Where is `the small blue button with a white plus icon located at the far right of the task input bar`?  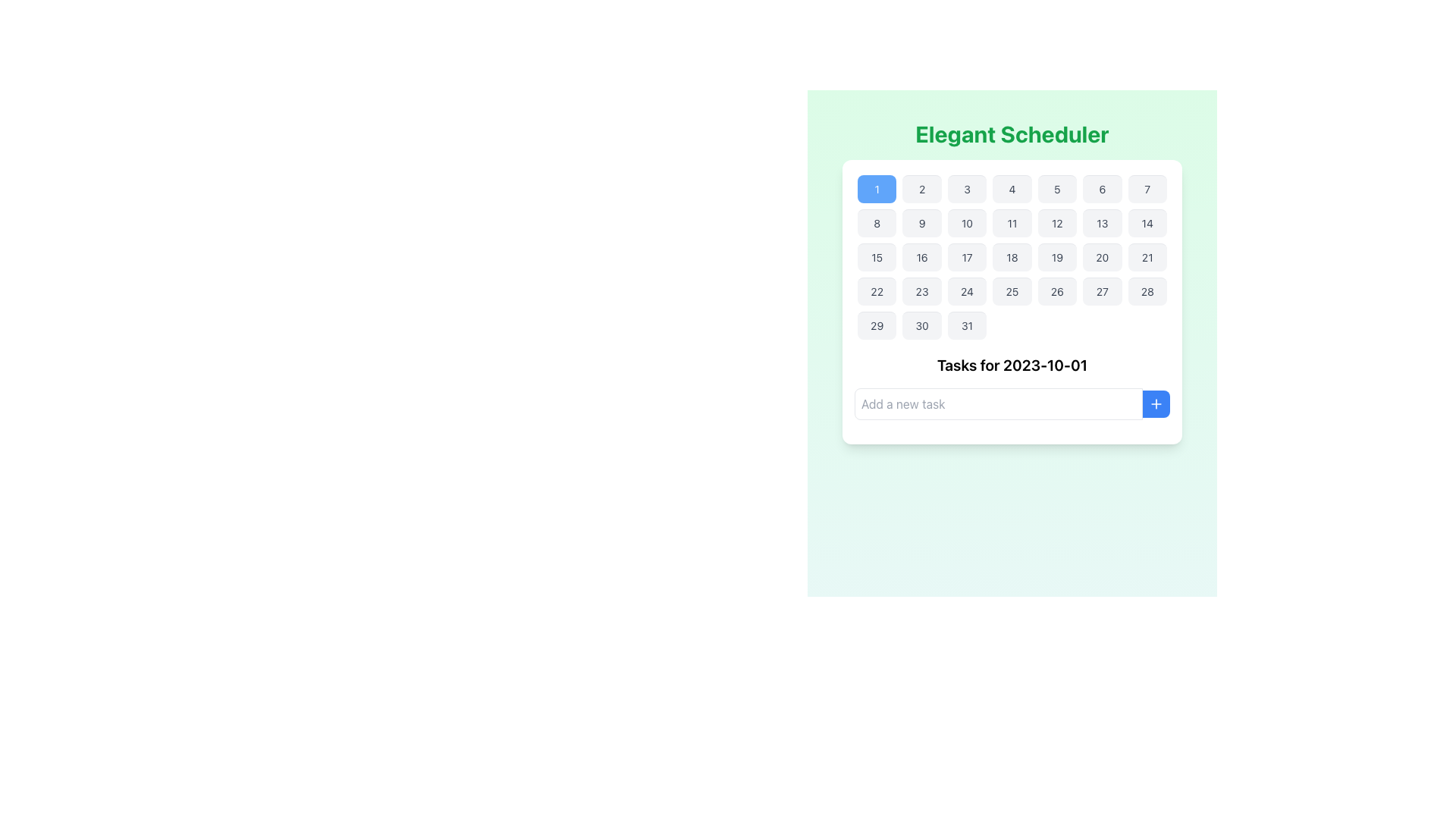
the small blue button with a white plus icon located at the far right of the task input bar is located at coordinates (1156, 403).